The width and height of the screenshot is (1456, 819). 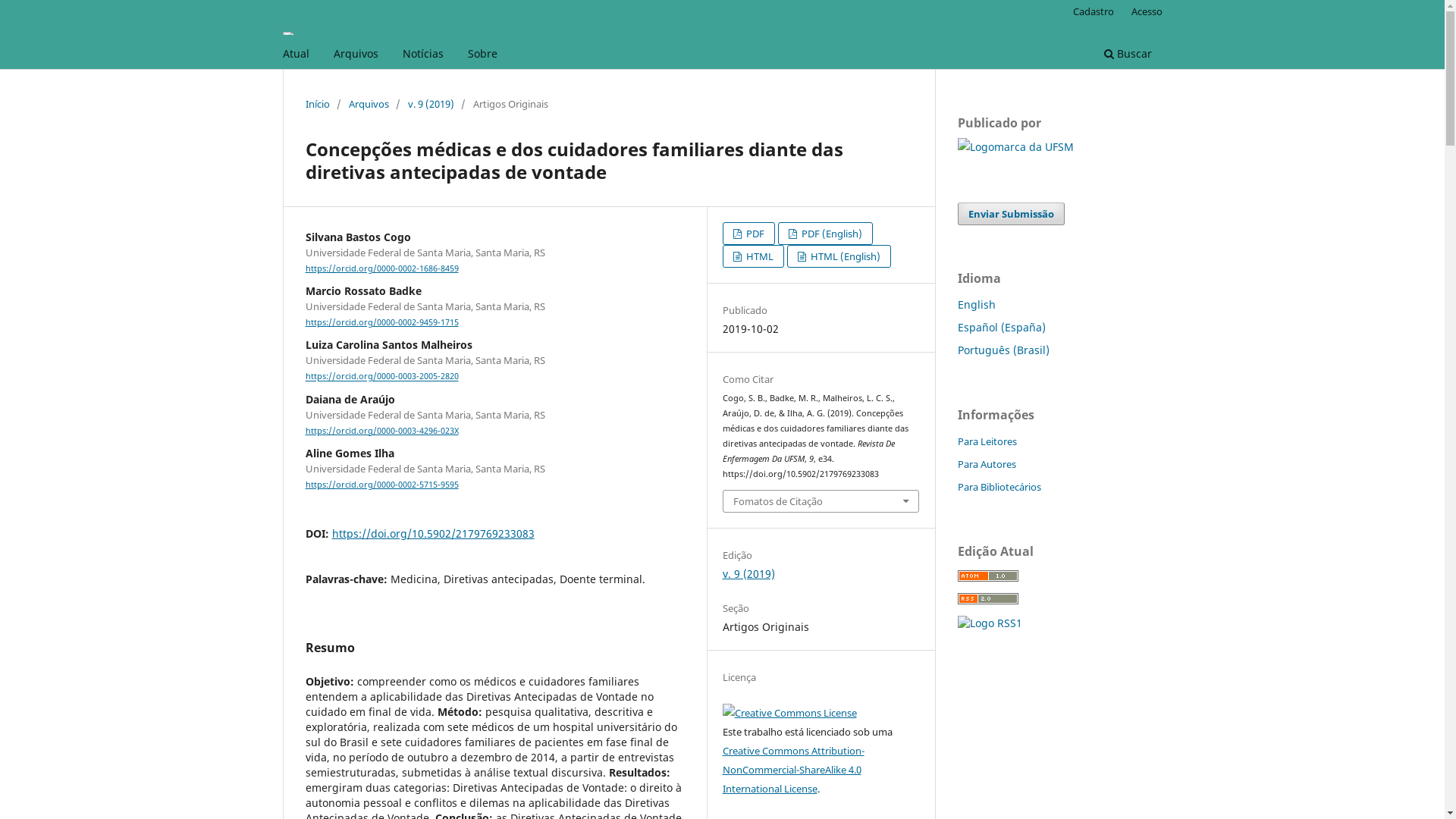 I want to click on 'Arquivos', so click(x=369, y=103).